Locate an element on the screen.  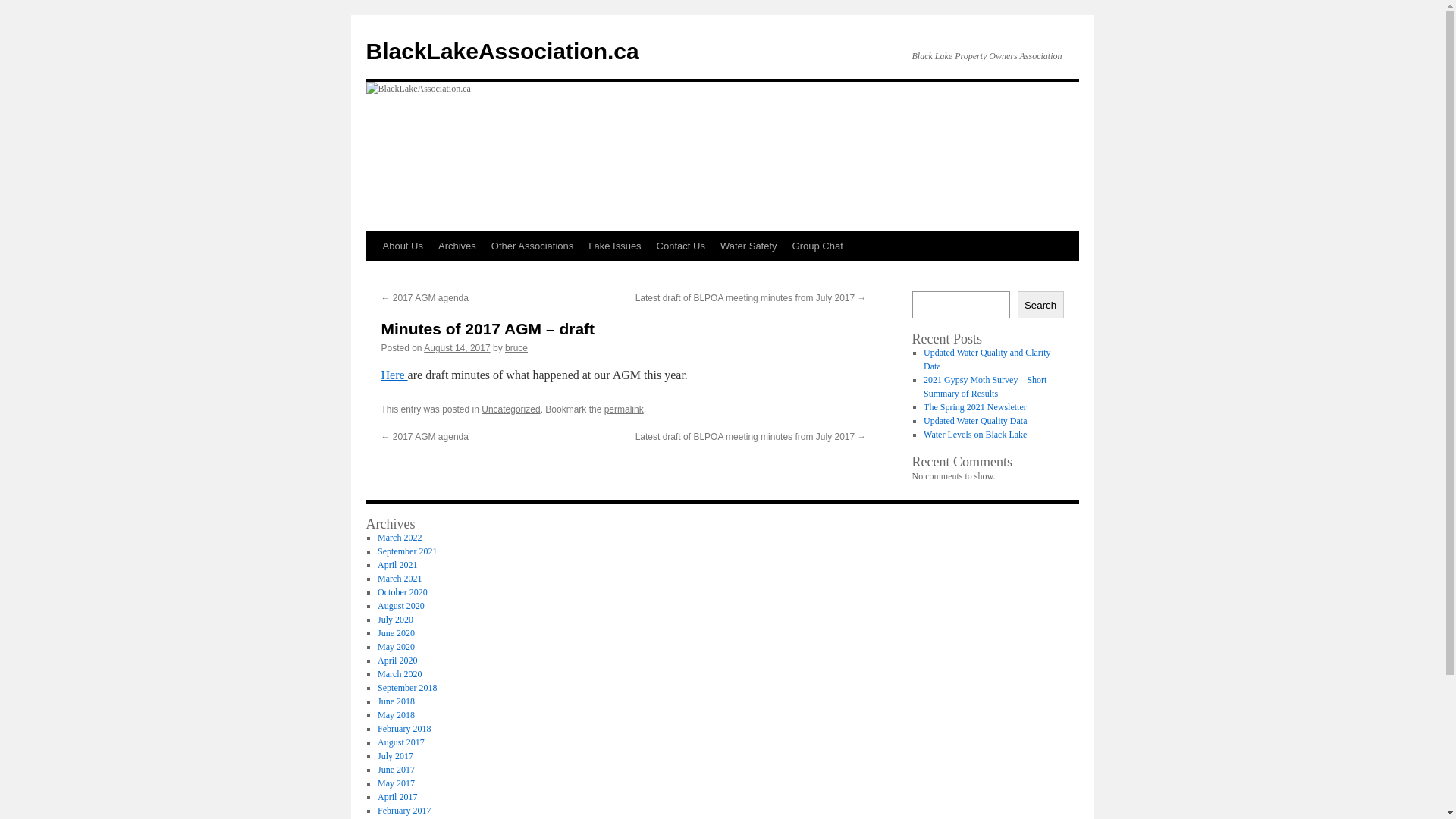
'March 2022' is located at coordinates (400, 537).